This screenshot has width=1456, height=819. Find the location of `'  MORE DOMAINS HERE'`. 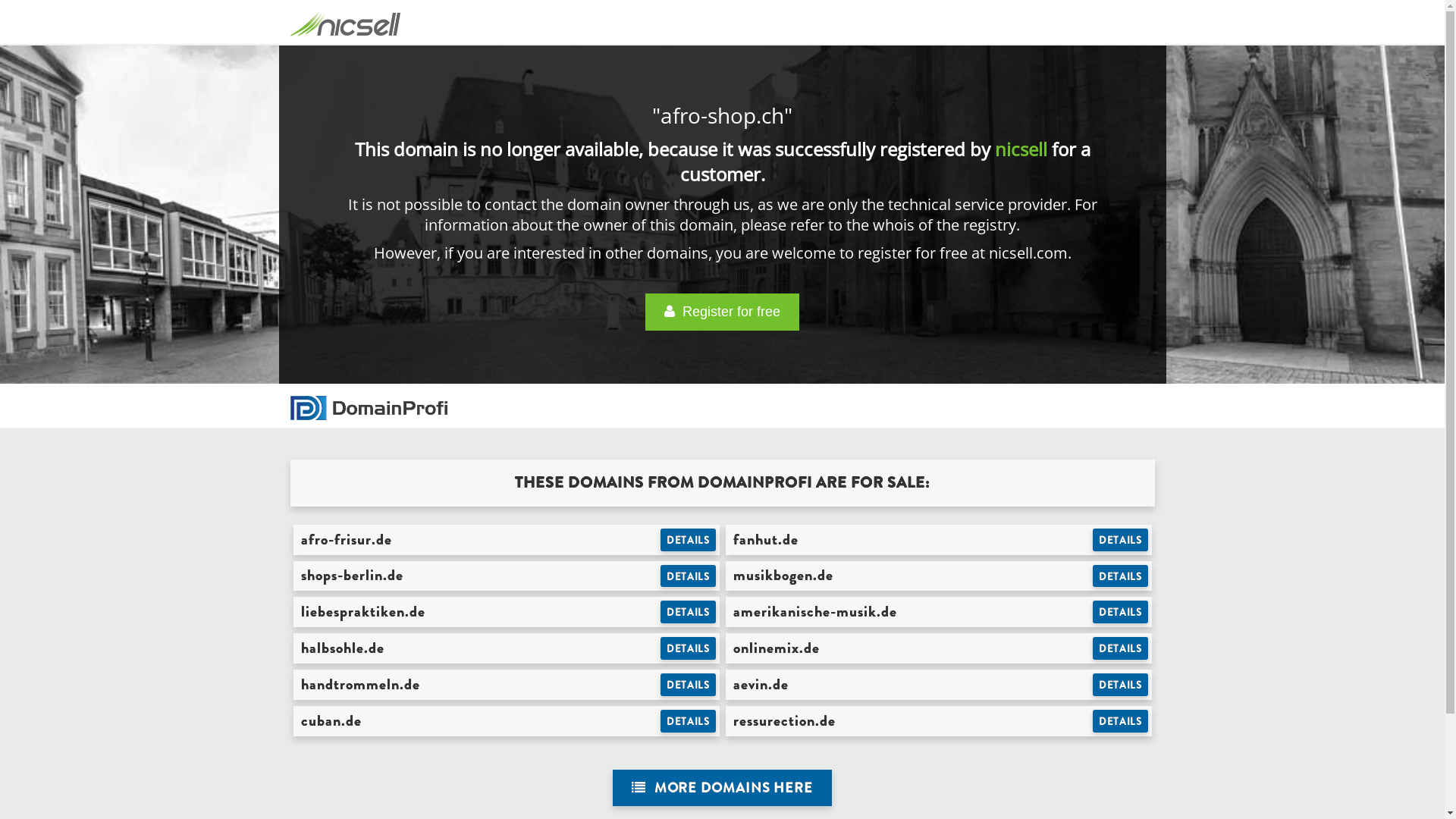

'  MORE DOMAINS HERE' is located at coordinates (612, 787).